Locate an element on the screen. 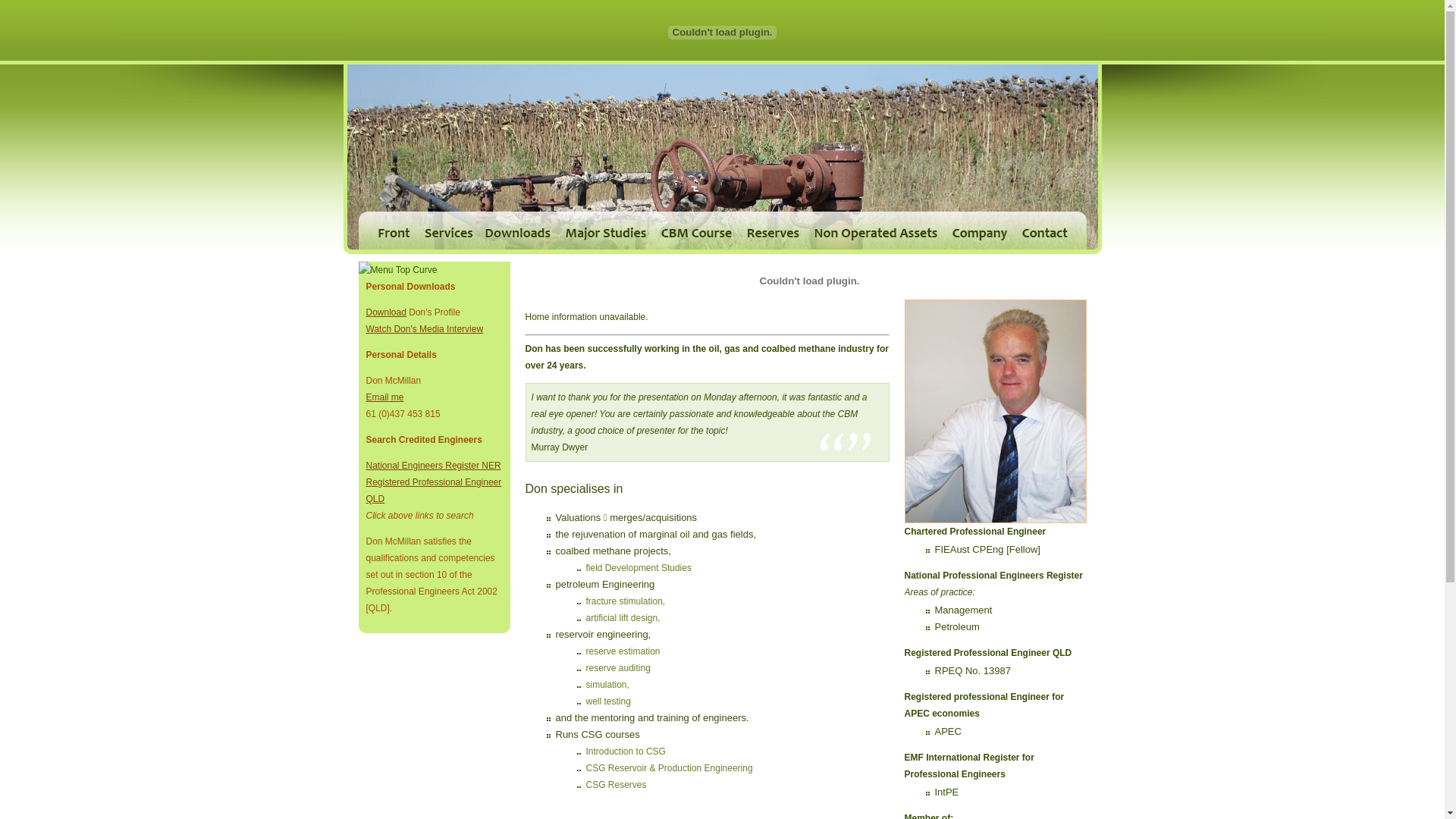 The height and width of the screenshot is (819, 1456). 'downloads' is located at coordinates (476, 231).